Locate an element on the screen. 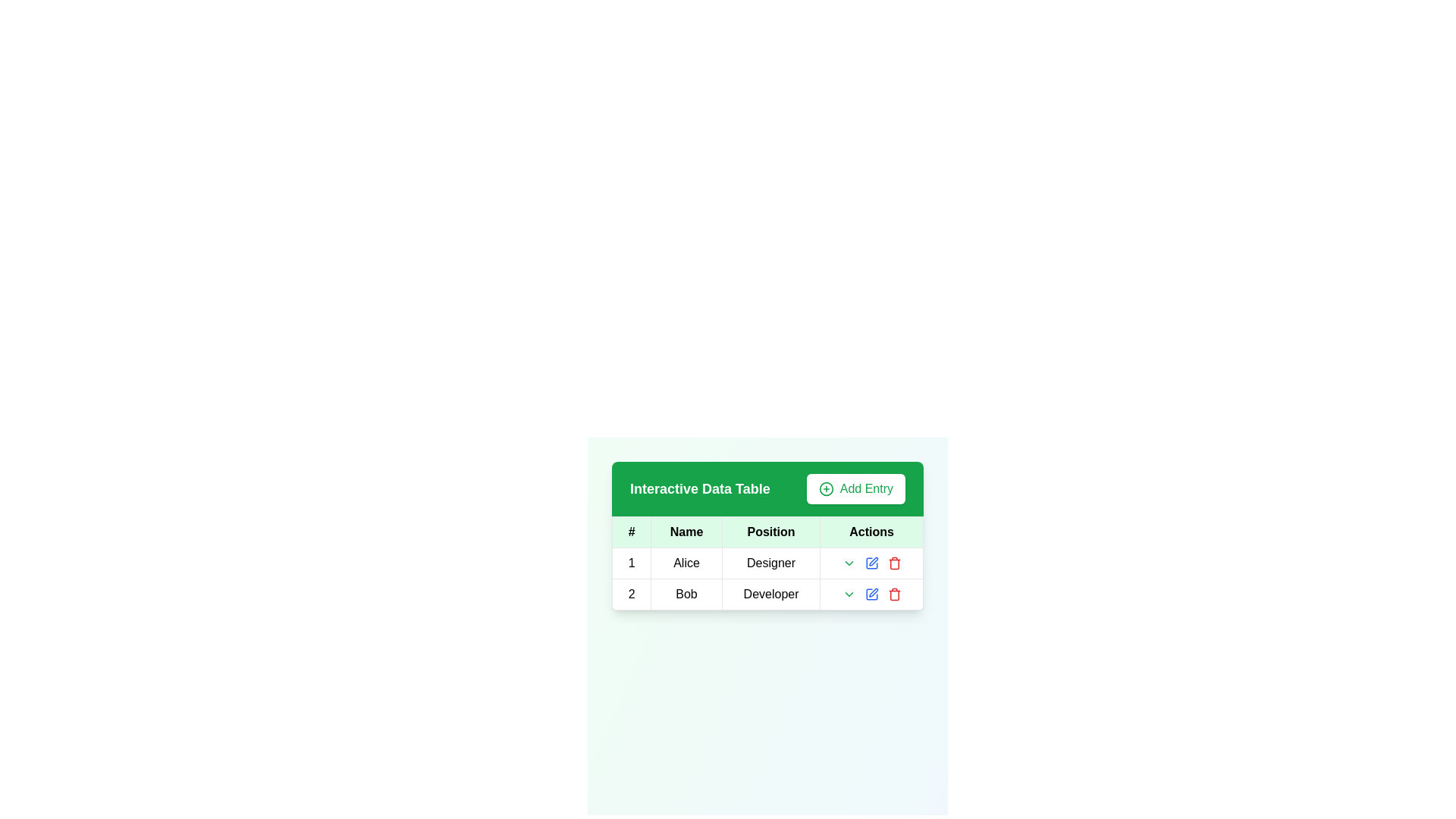 This screenshot has height=819, width=1456. the text box displaying the sequential number '2', which is located in the first column of the second row of the table under the '# Name Position Actions' header is located at coordinates (632, 593).